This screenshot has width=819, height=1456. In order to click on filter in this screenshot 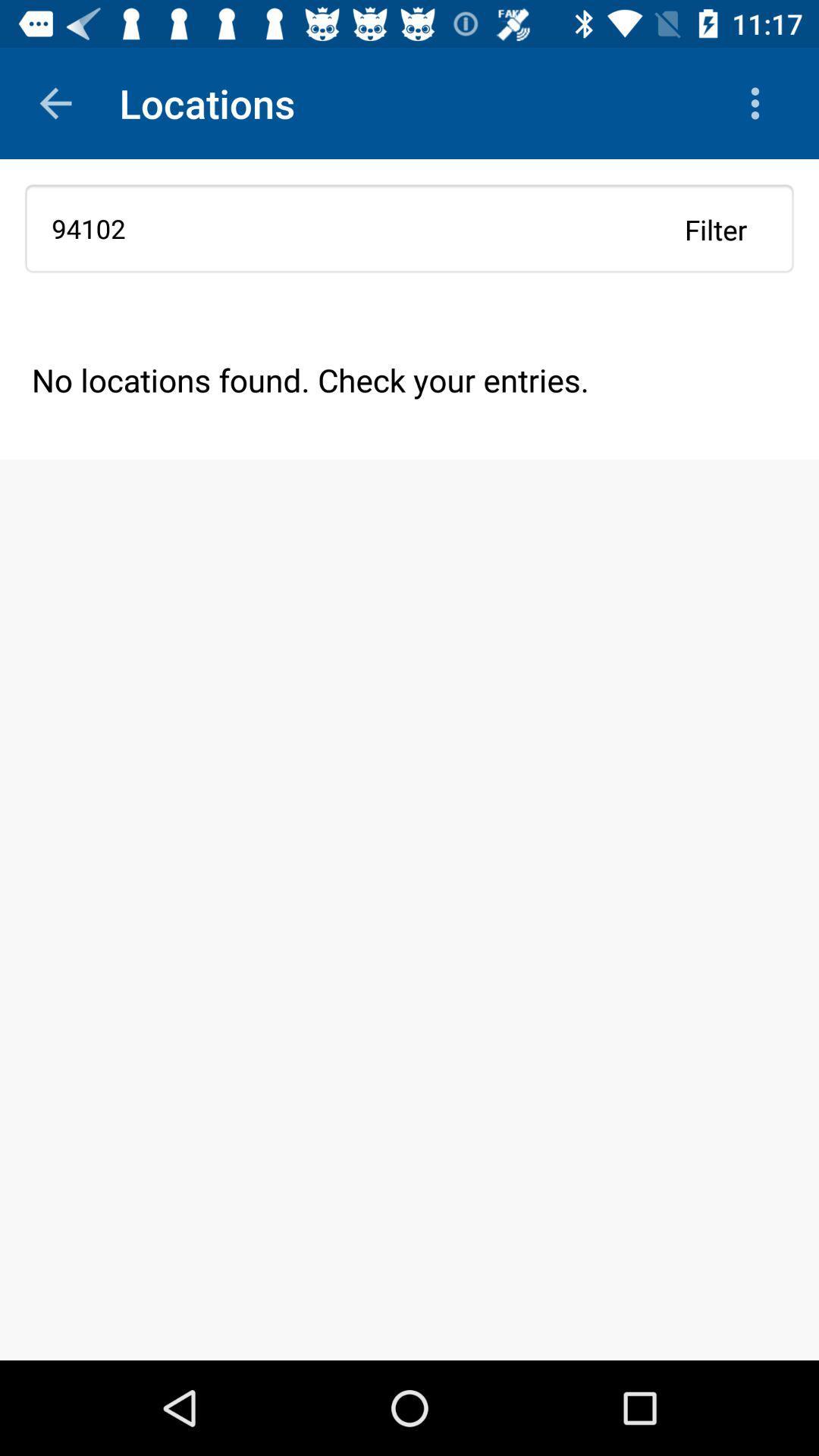, I will do `click(716, 228)`.